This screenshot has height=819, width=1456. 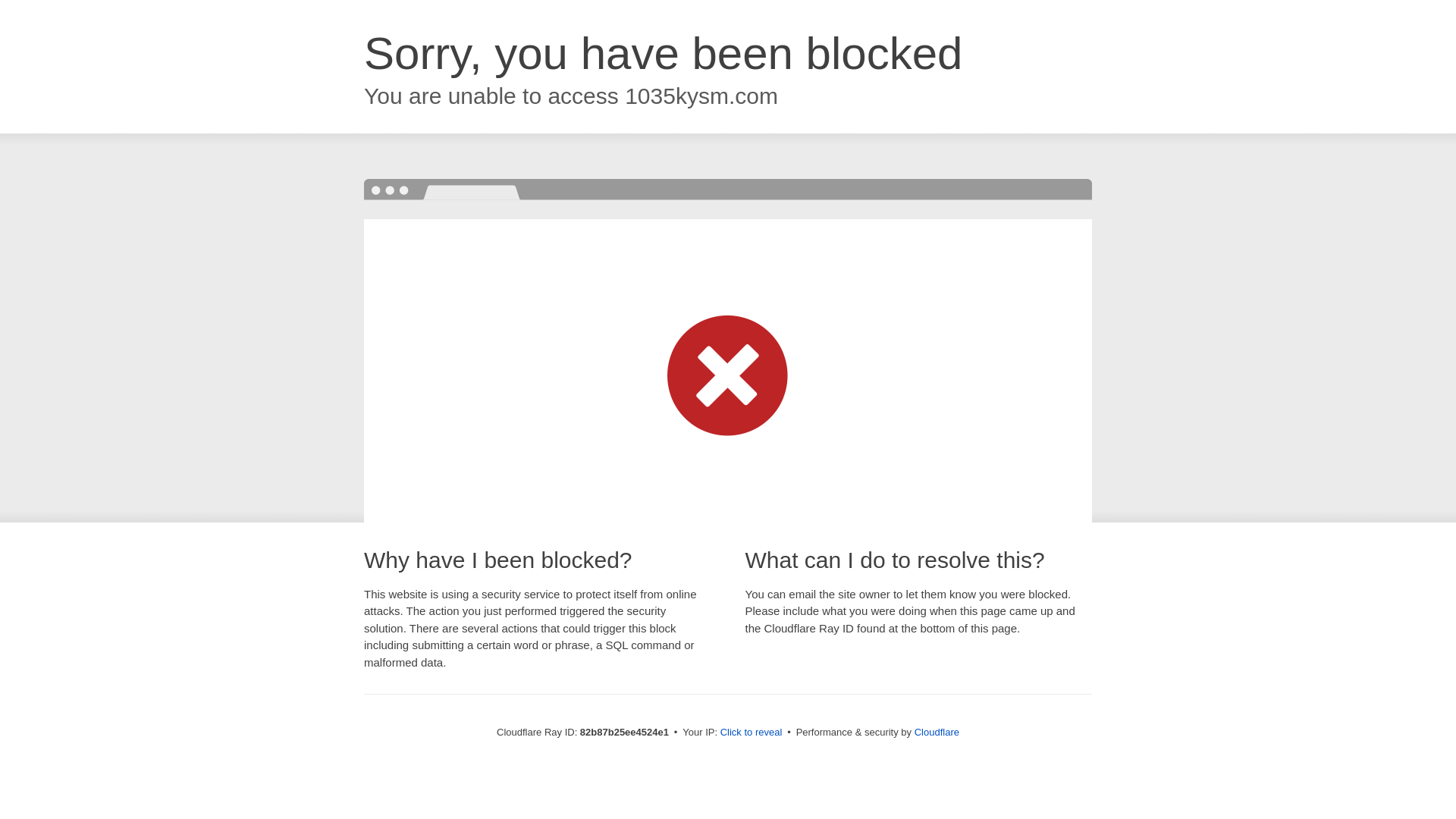 What do you see at coordinates (936, 731) in the screenshot?
I see `'Cloudflare'` at bounding box center [936, 731].